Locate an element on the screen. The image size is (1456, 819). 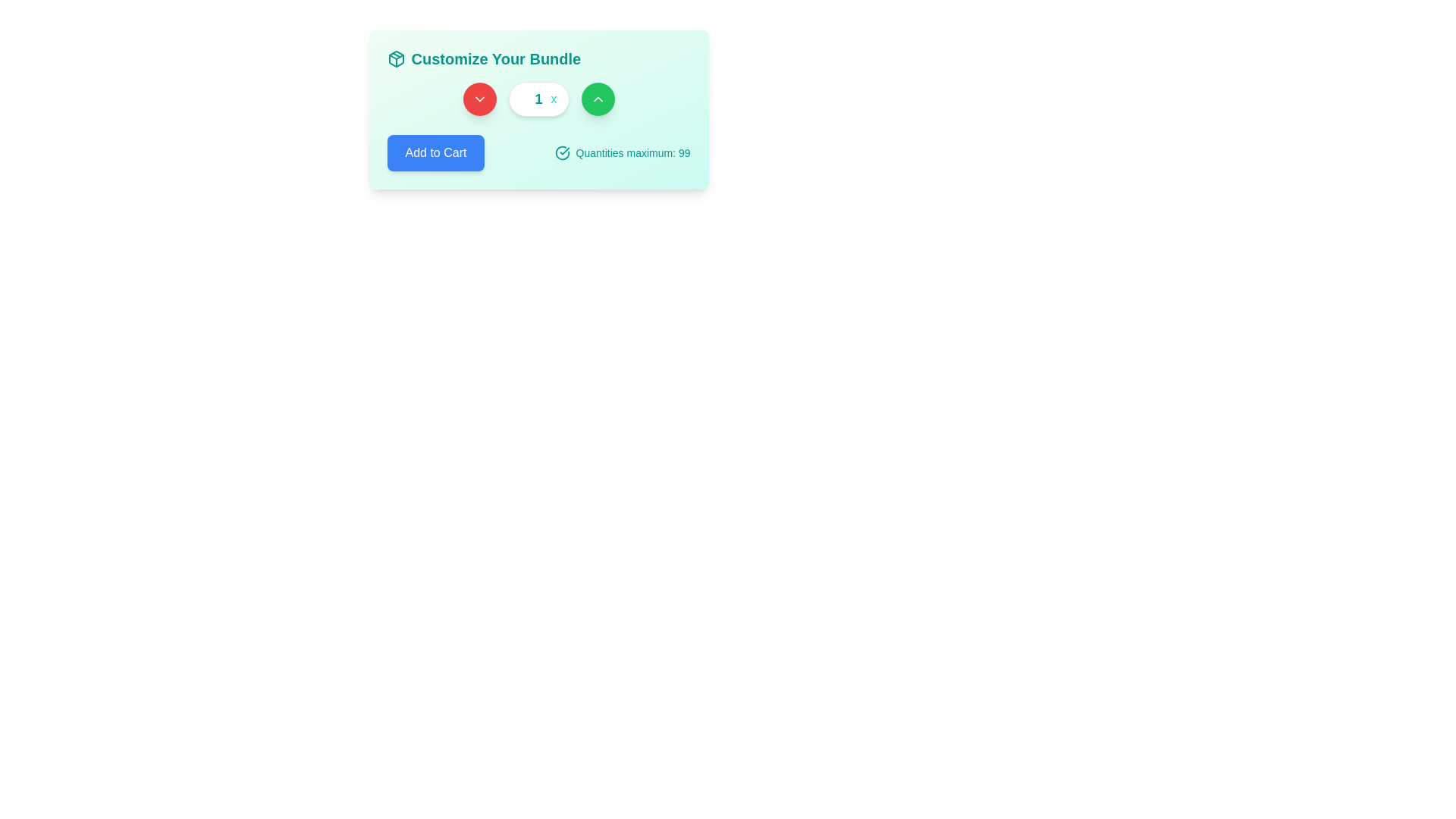
the confirmation icon located near the bottom right of the widget, slightly leftward from the 'Quantities maximum: 99' text is located at coordinates (561, 152).